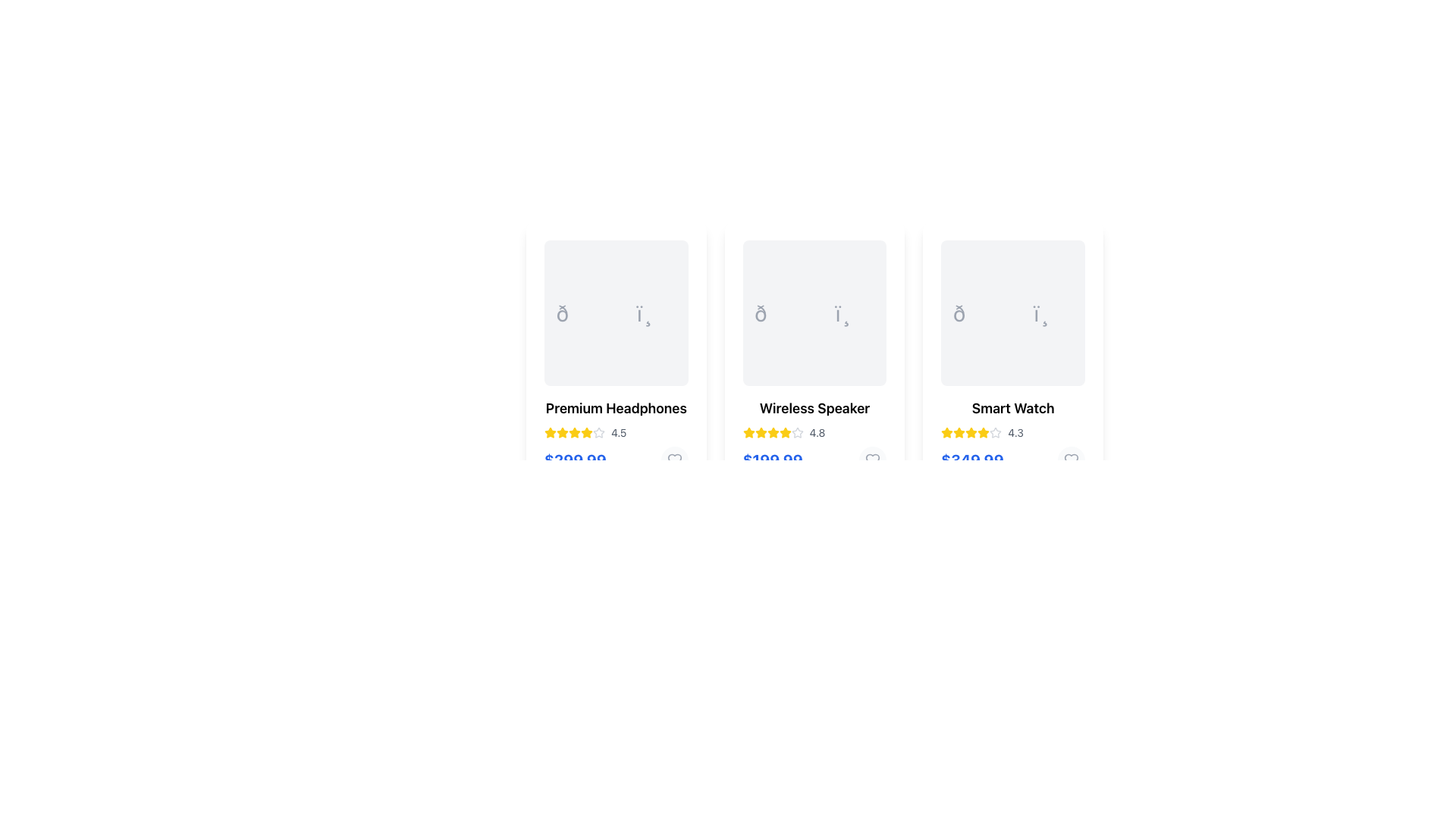 Image resolution: width=1456 pixels, height=819 pixels. What do you see at coordinates (761, 432) in the screenshot?
I see `the third star icon in the rating section of the 'Wireless Speaker' product card` at bounding box center [761, 432].